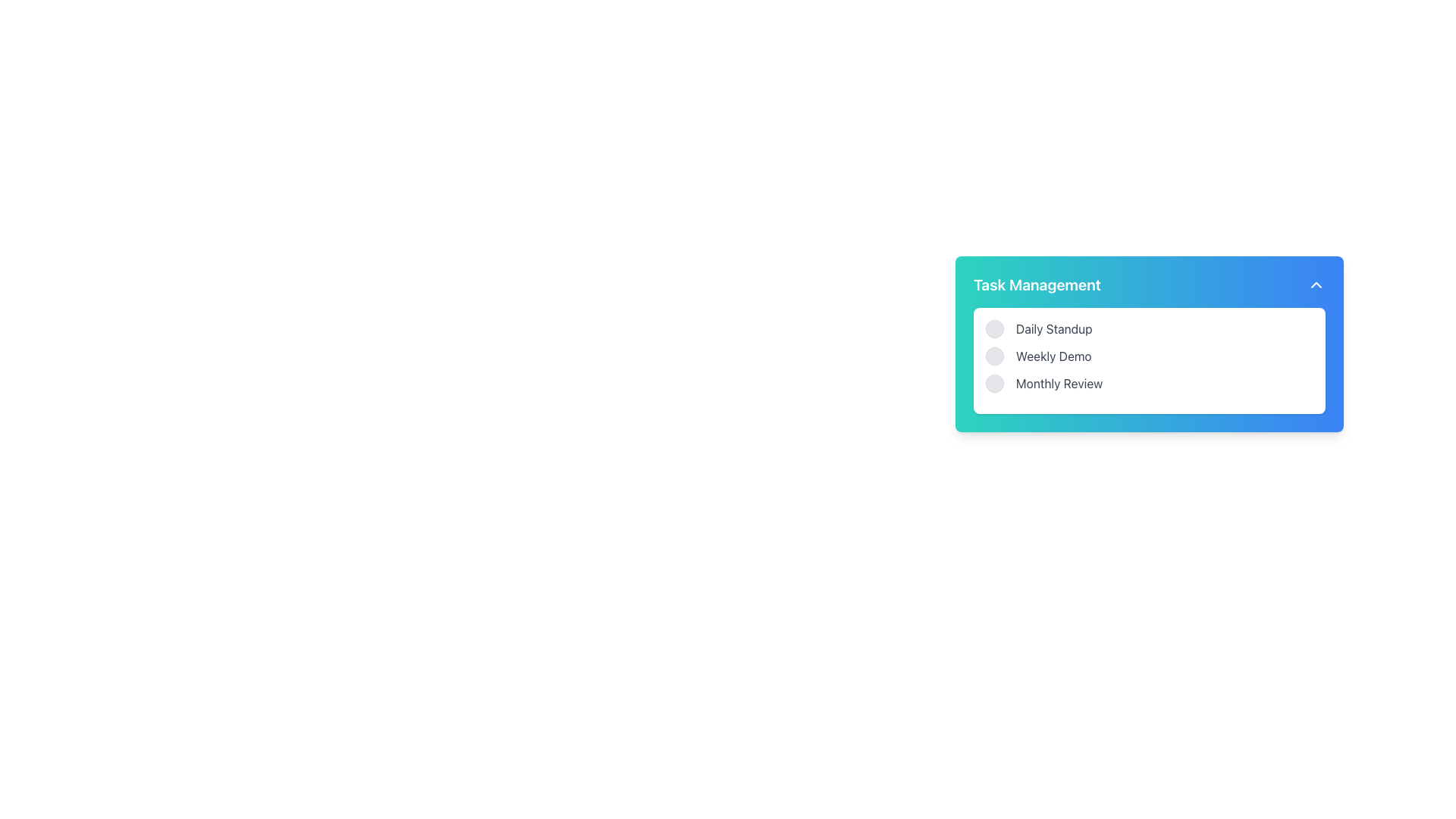 This screenshot has height=819, width=1456. What do you see at coordinates (1053, 356) in the screenshot?
I see `the 'Weekly Demo' text label, which is styled in a gray font and is the second item in the 'Task Management' list` at bounding box center [1053, 356].